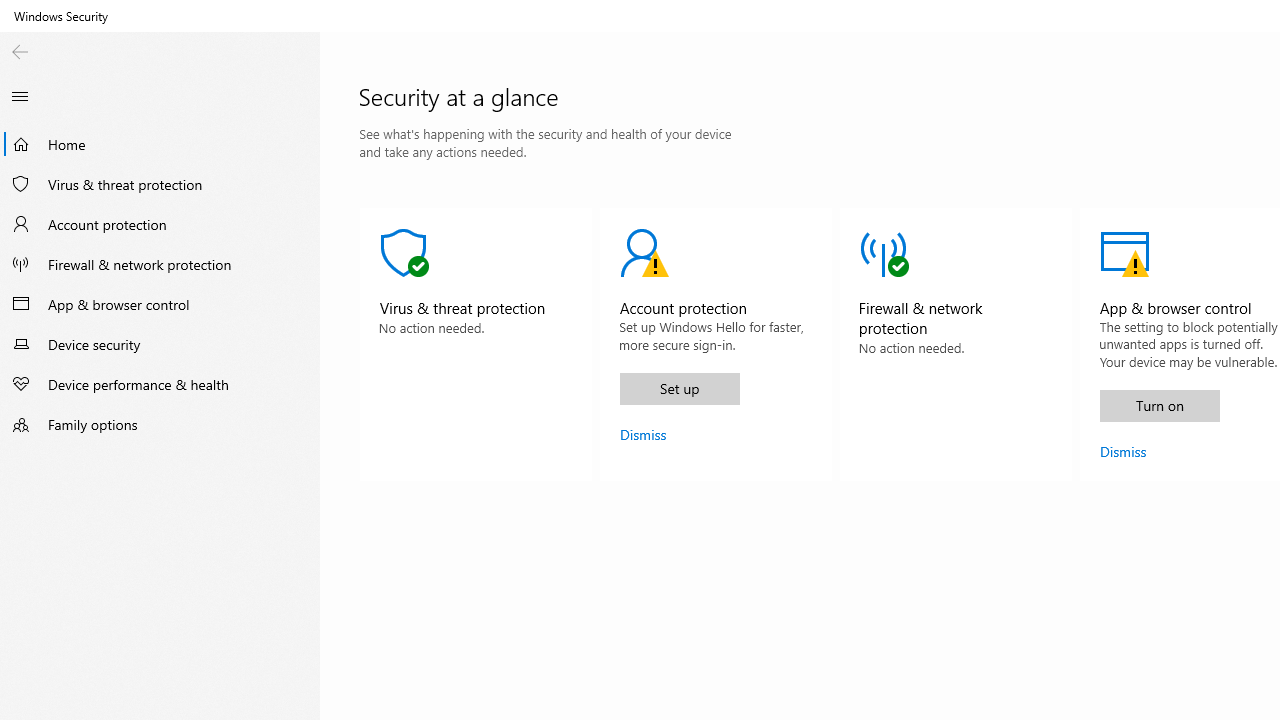 This screenshot has width=1280, height=720. I want to click on 'Turn on', so click(1159, 405).